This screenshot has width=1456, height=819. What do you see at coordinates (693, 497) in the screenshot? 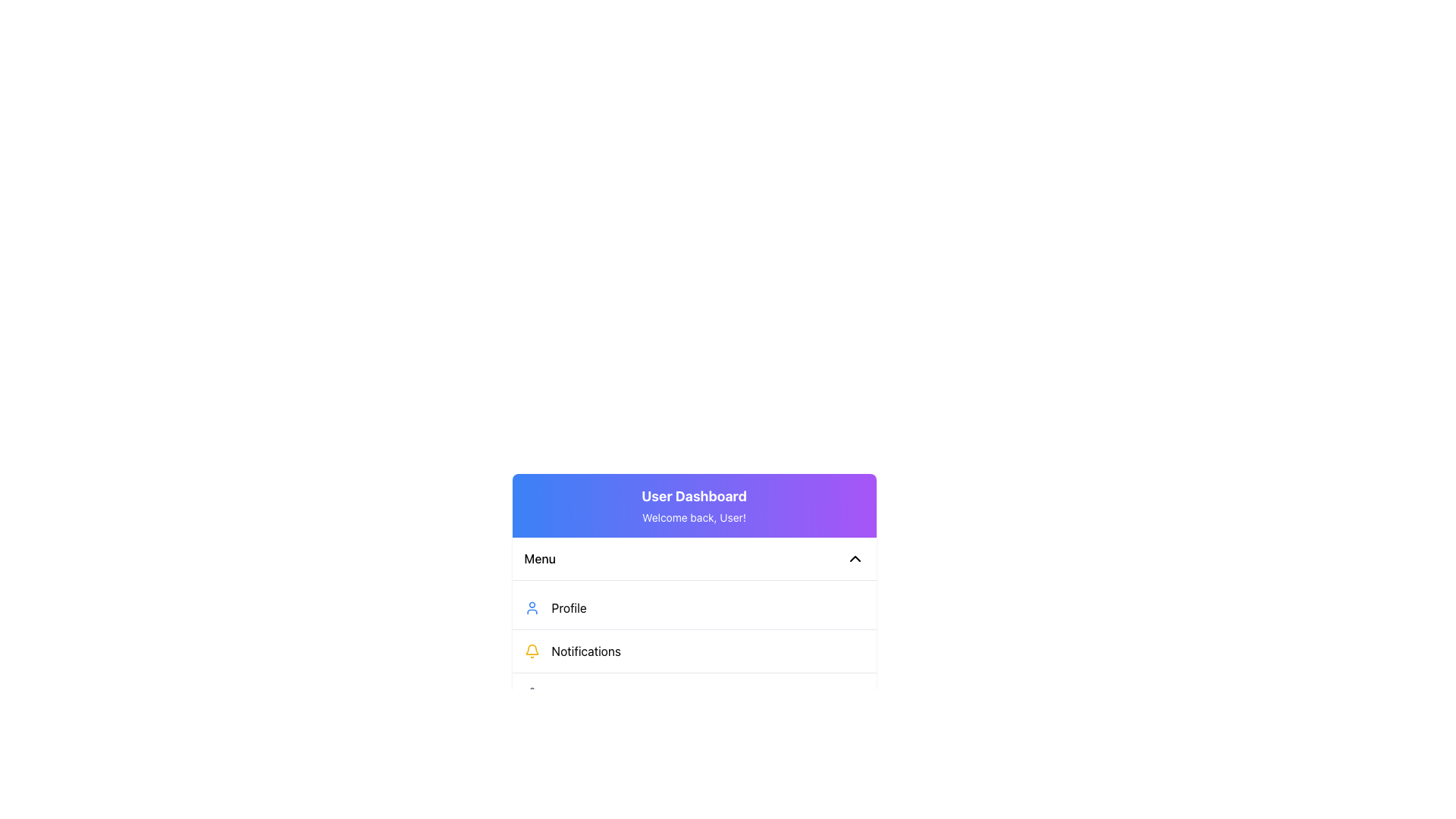
I see `the title text element located at the top-center of the card-like component` at bounding box center [693, 497].